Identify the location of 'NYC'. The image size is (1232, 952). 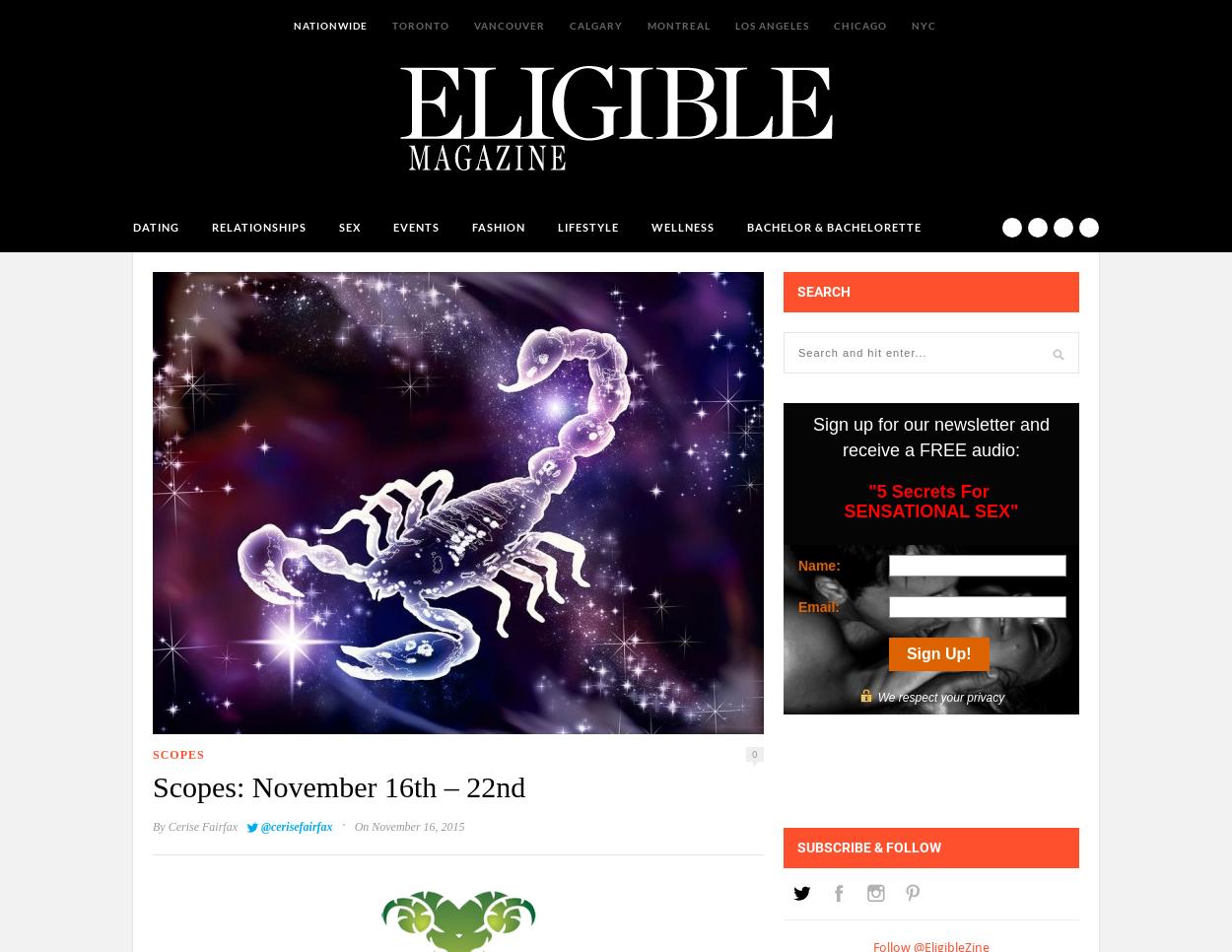
(923, 24).